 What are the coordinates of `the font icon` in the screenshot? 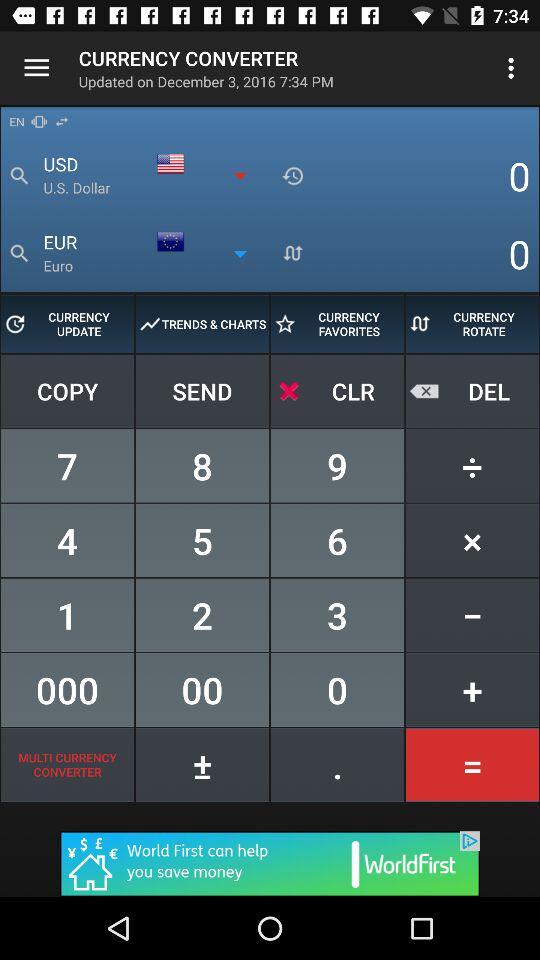 It's located at (292, 252).